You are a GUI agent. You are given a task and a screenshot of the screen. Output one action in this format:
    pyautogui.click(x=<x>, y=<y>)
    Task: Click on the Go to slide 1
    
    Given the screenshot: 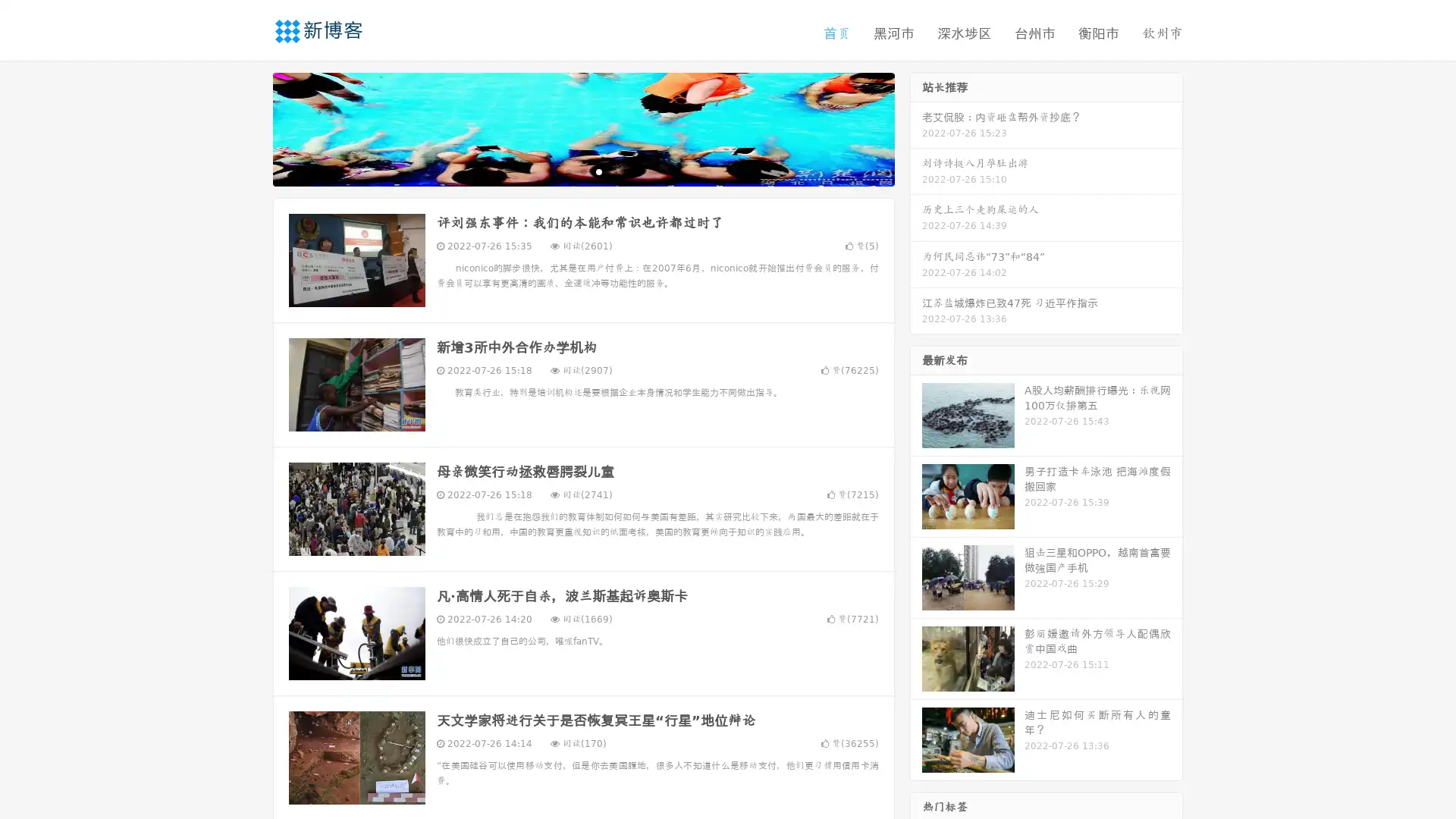 What is the action you would take?
    pyautogui.click(x=567, y=171)
    